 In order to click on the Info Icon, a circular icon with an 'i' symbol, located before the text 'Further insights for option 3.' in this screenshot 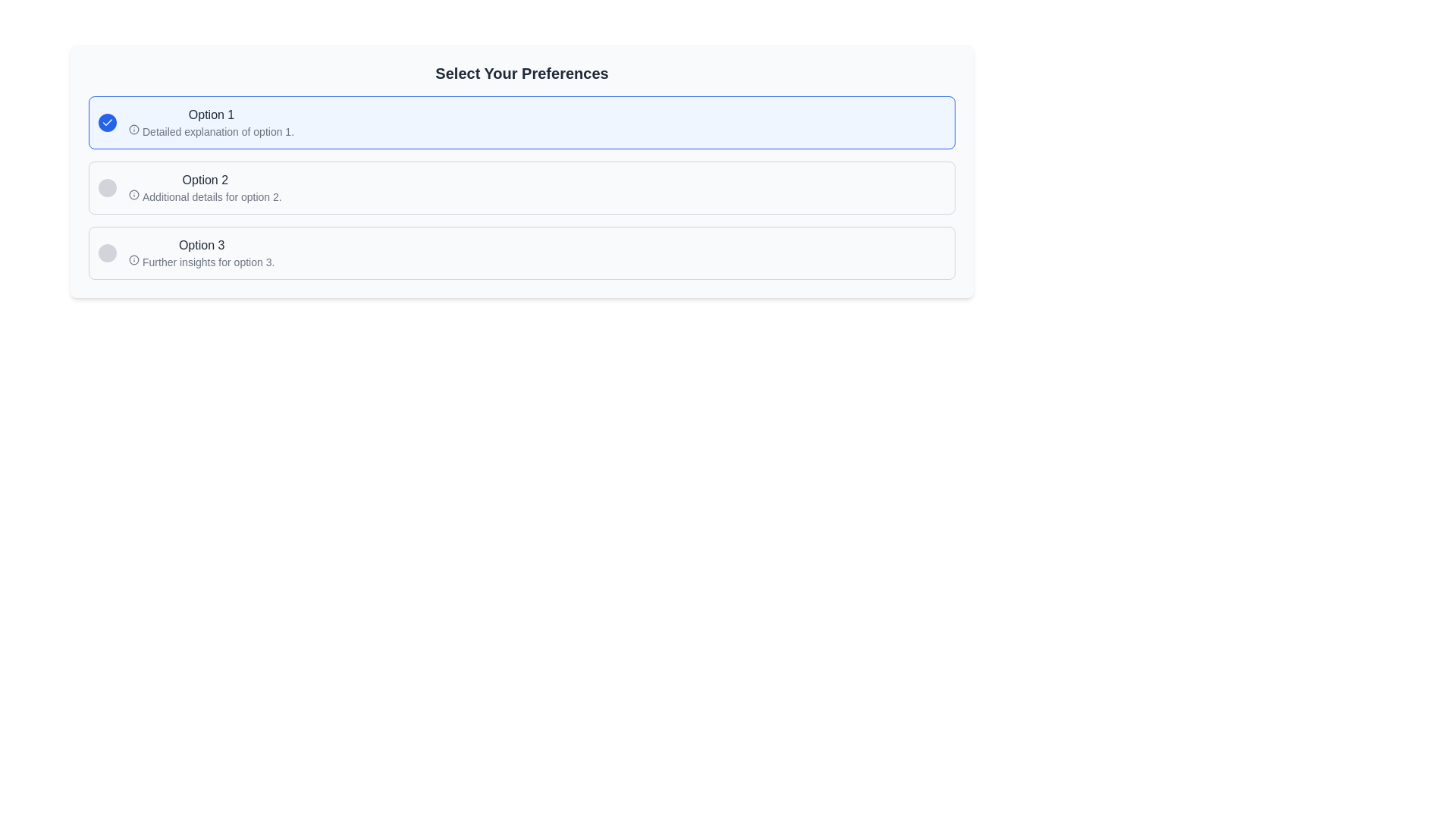, I will do `click(134, 259)`.